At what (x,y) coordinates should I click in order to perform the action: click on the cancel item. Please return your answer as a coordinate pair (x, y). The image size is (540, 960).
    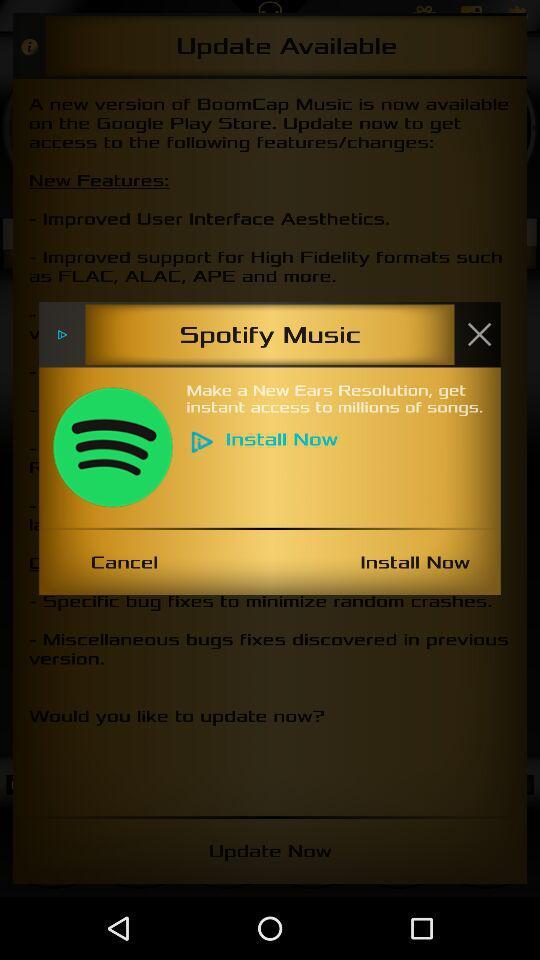
    Looking at the image, I should click on (124, 562).